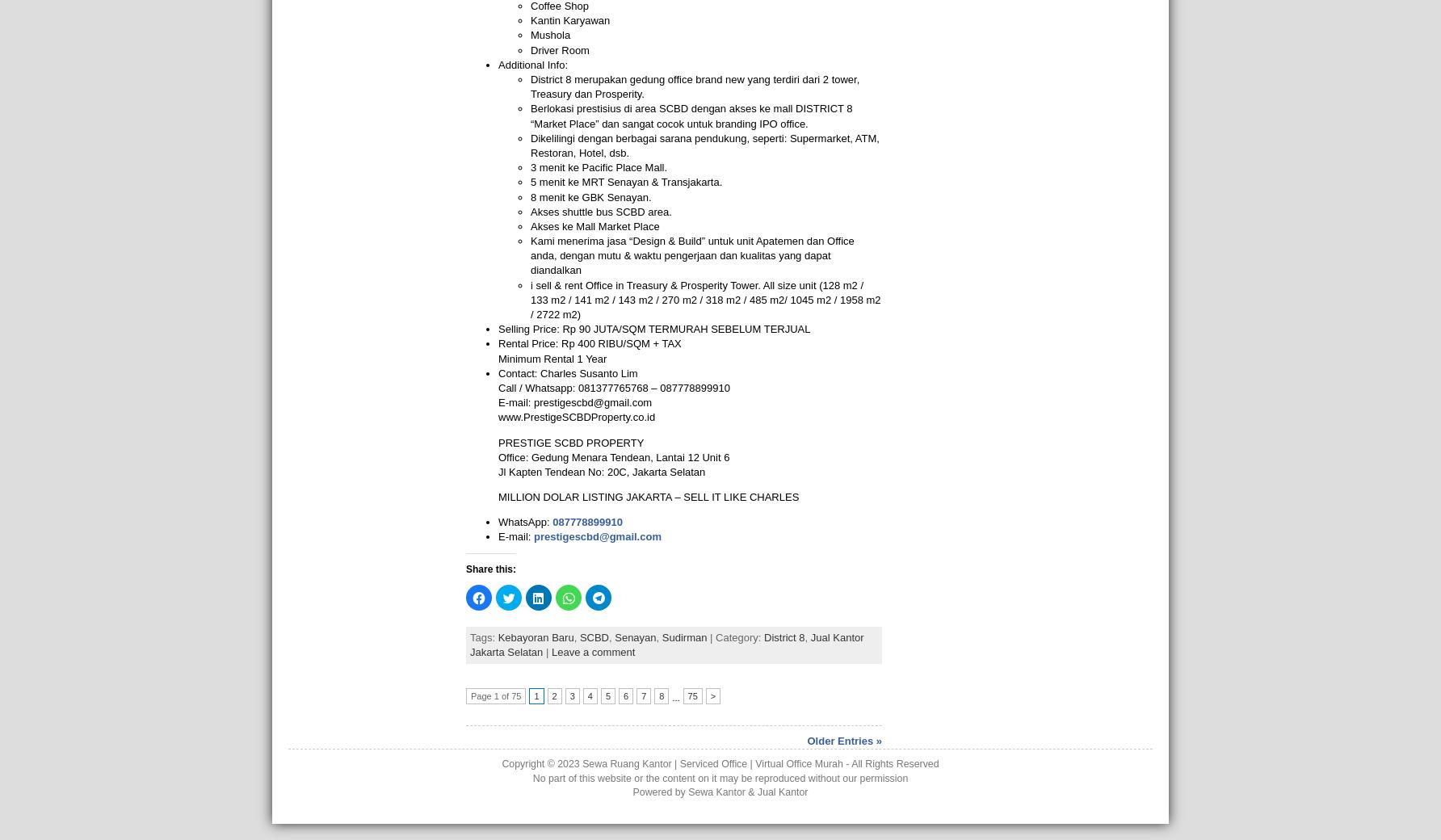 The height and width of the screenshot is (840, 1441). I want to click on 'Leave a comment', so click(592, 651).